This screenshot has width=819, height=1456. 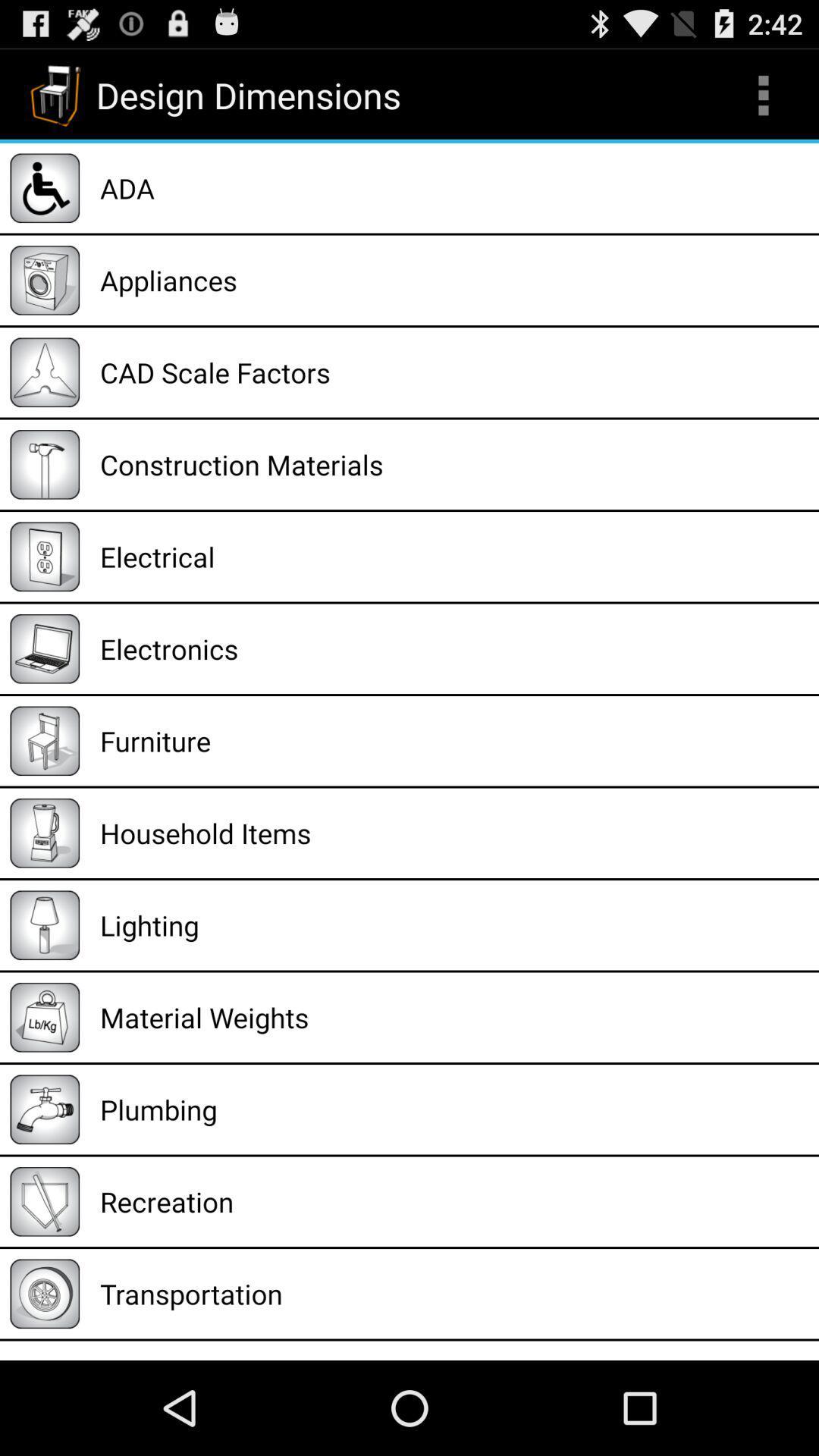 What do you see at coordinates (453, 463) in the screenshot?
I see `construction materials icon` at bounding box center [453, 463].